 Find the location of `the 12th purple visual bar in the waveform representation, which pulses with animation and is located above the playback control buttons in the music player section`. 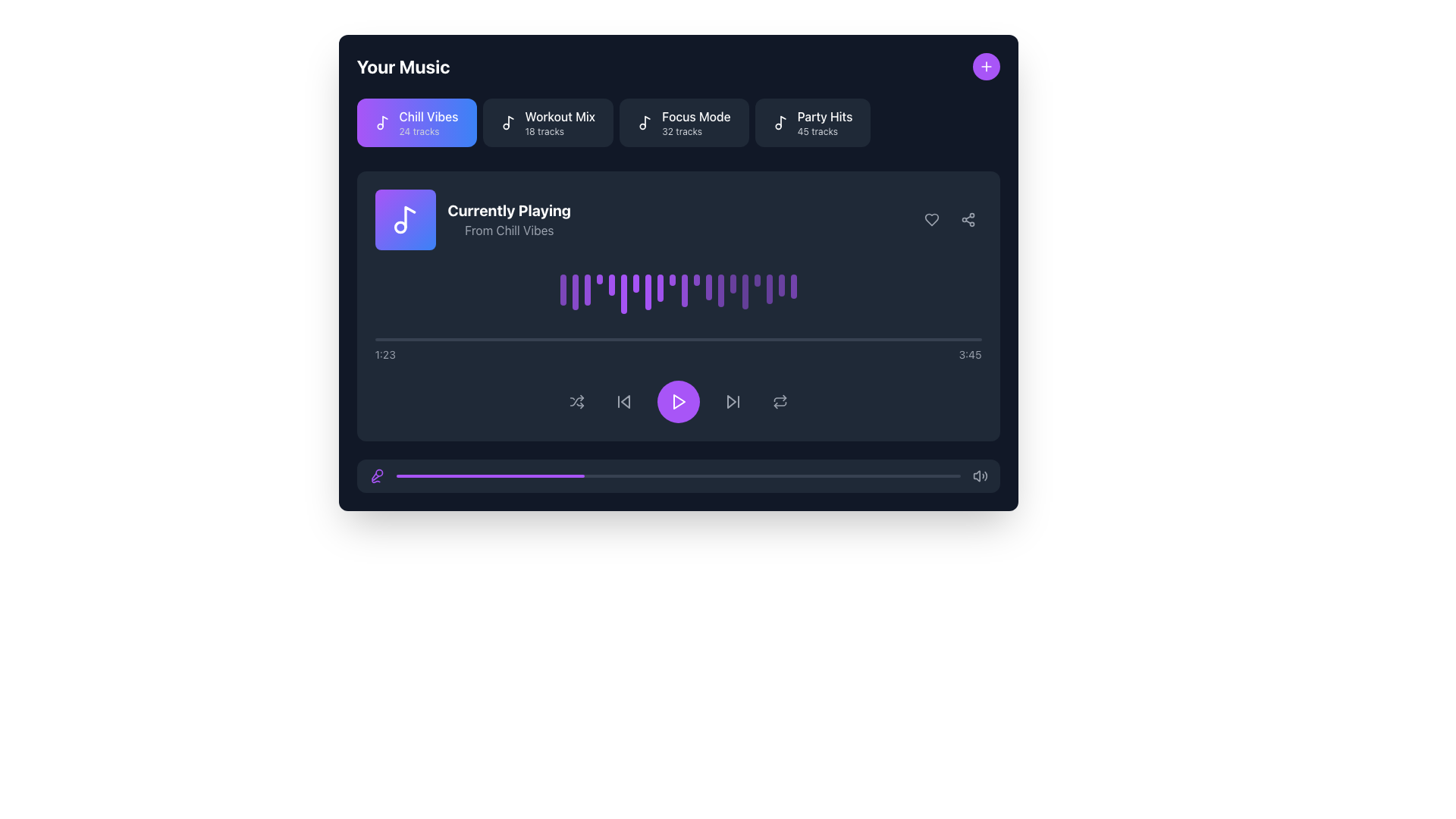

the 12th purple visual bar in the waveform representation, which pulses with animation and is located above the playback control buttons in the music player section is located at coordinates (695, 280).